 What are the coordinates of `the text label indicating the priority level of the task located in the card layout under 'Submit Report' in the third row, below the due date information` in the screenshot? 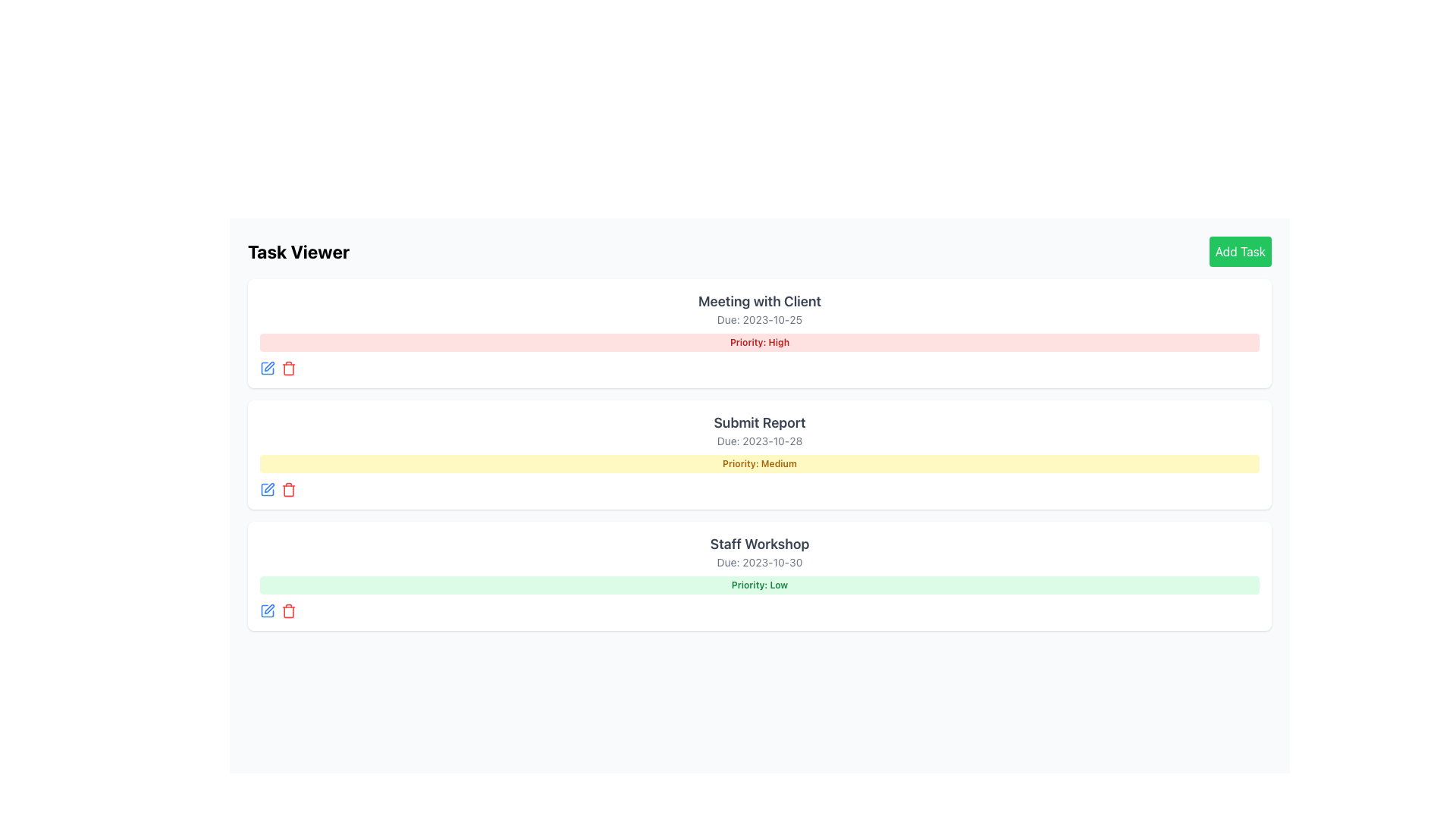 It's located at (760, 463).